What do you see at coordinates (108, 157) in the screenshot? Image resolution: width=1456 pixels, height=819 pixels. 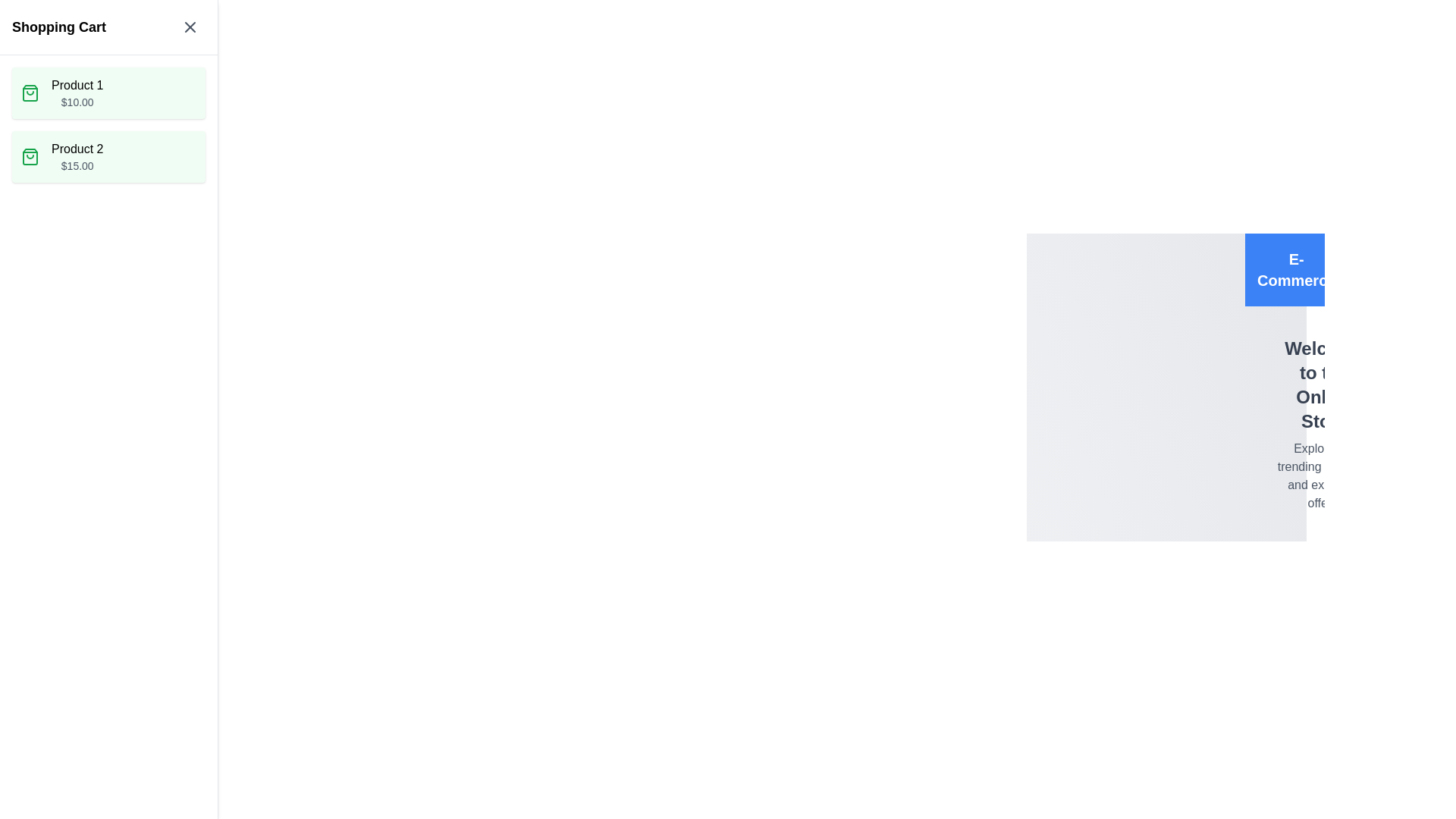 I see `the Card component representing a product in the shopping cart, located below 'Product 1 $10.00' in the 'Shopping Cart' sidebar` at bounding box center [108, 157].